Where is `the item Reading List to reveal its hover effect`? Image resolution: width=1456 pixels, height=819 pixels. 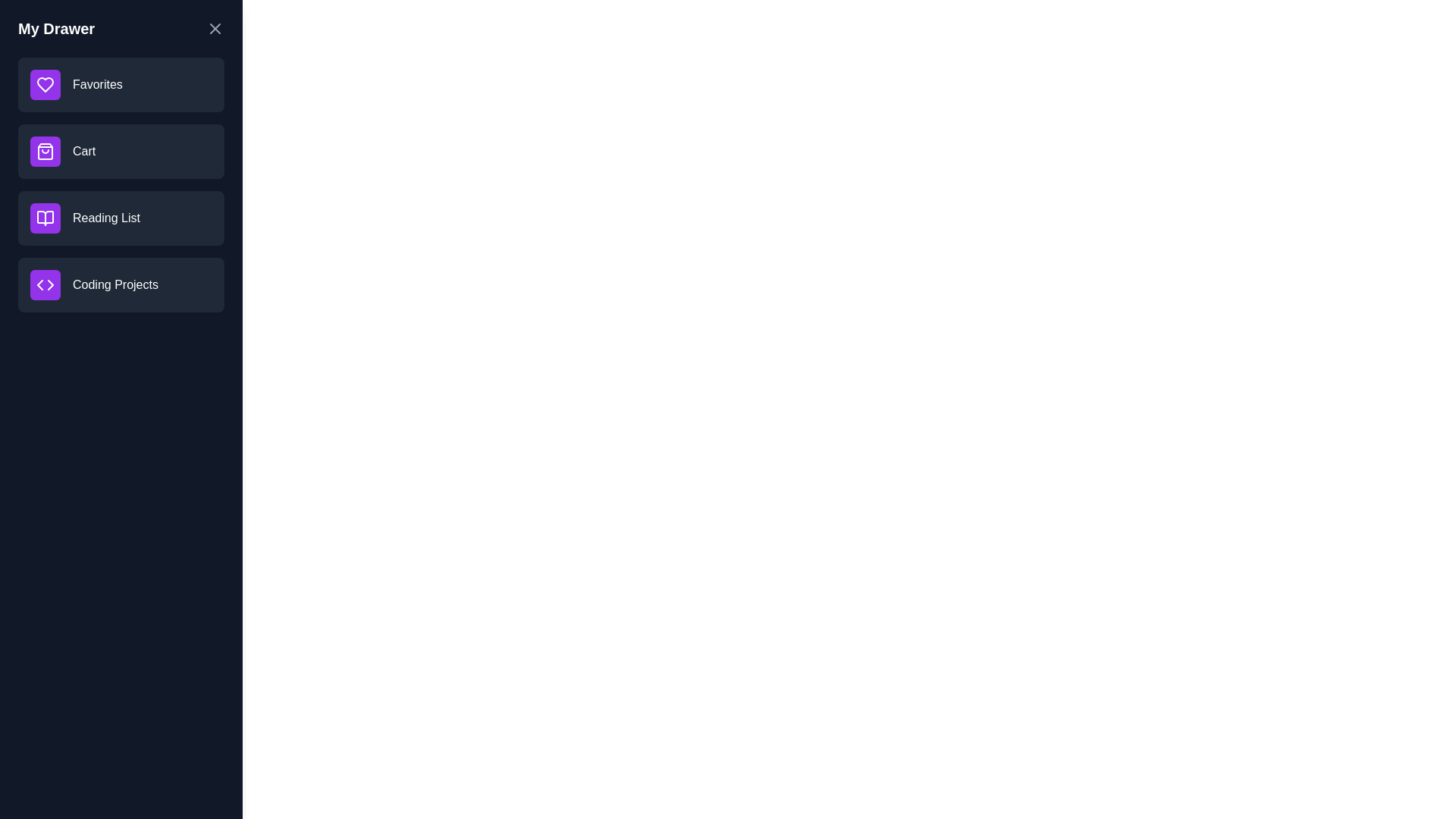
the item Reading List to reveal its hover effect is located at coordinates (120, 218).